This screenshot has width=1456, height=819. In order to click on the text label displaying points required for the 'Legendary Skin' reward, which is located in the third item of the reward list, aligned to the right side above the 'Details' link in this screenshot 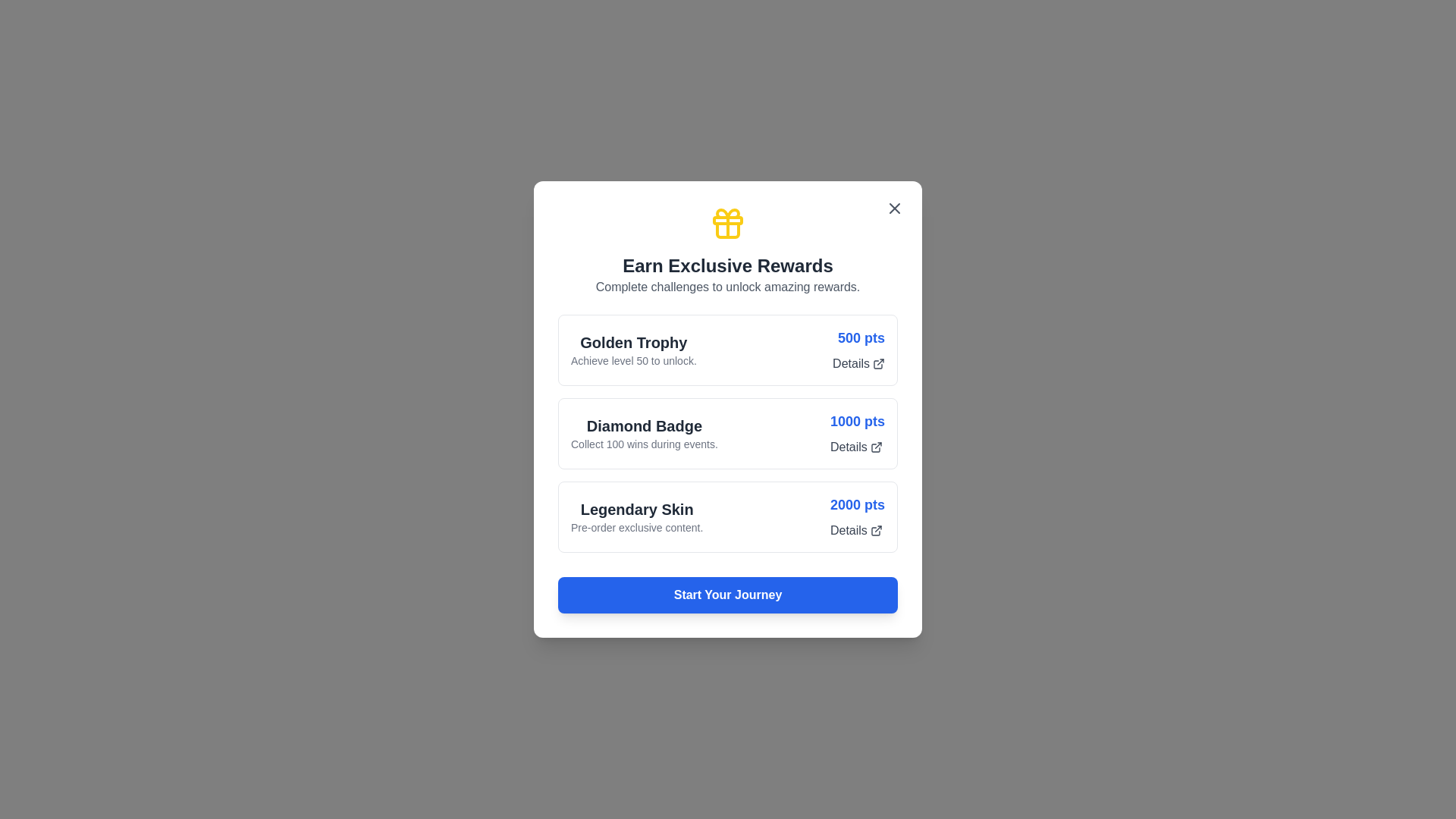, I will do `click(858, 505)`.